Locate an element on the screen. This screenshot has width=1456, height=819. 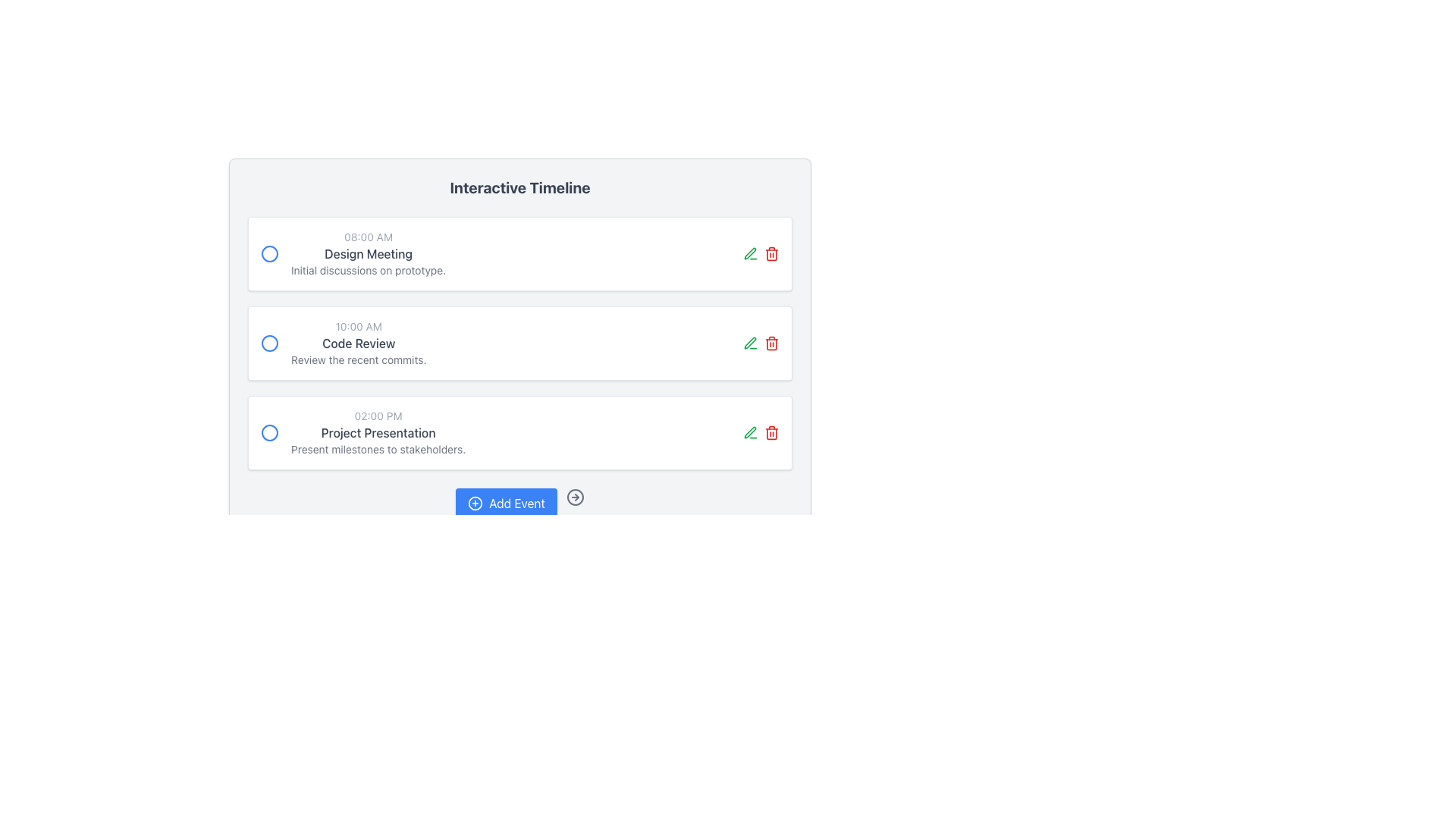
the third item in the timeline list, which represents a scheduled event, positioned between 'Code Review' and the 'Add Event' button is located at coordinates (362, 432).